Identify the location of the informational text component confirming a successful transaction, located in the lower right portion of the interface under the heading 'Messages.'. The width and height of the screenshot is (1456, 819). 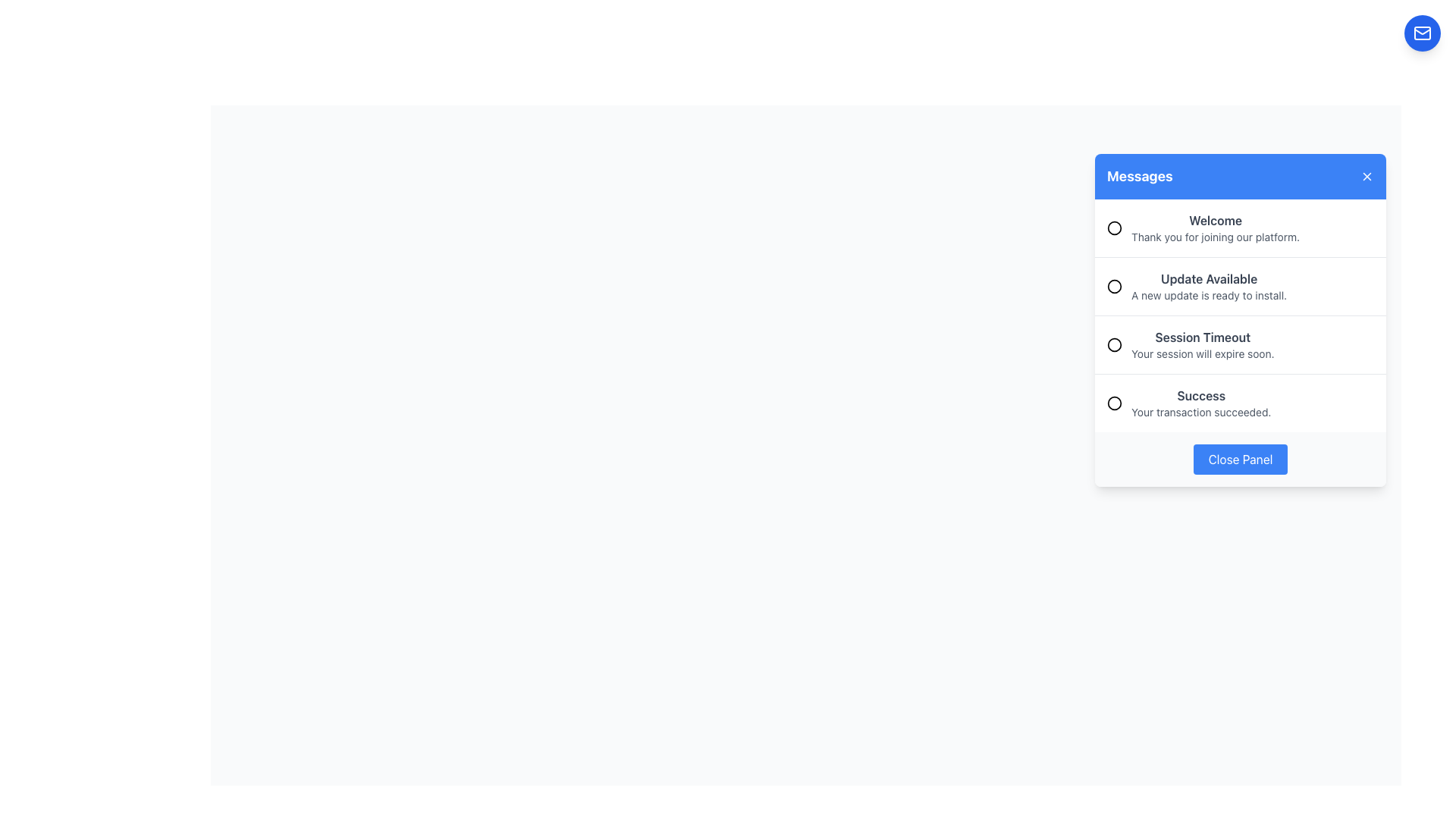
(1200, 403).